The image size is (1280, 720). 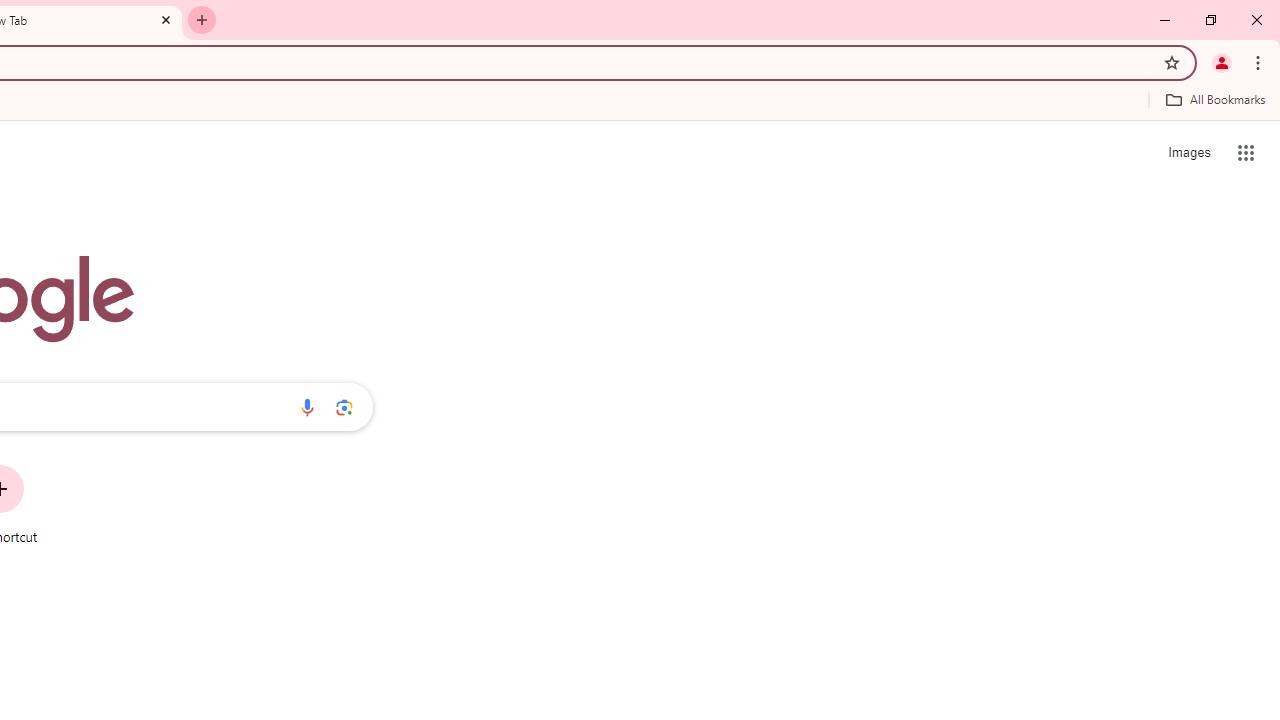 What do you see at coordinates (306, 406) in the screenshot?
I see `'Search by voice'` at bounding box center [306, 406].